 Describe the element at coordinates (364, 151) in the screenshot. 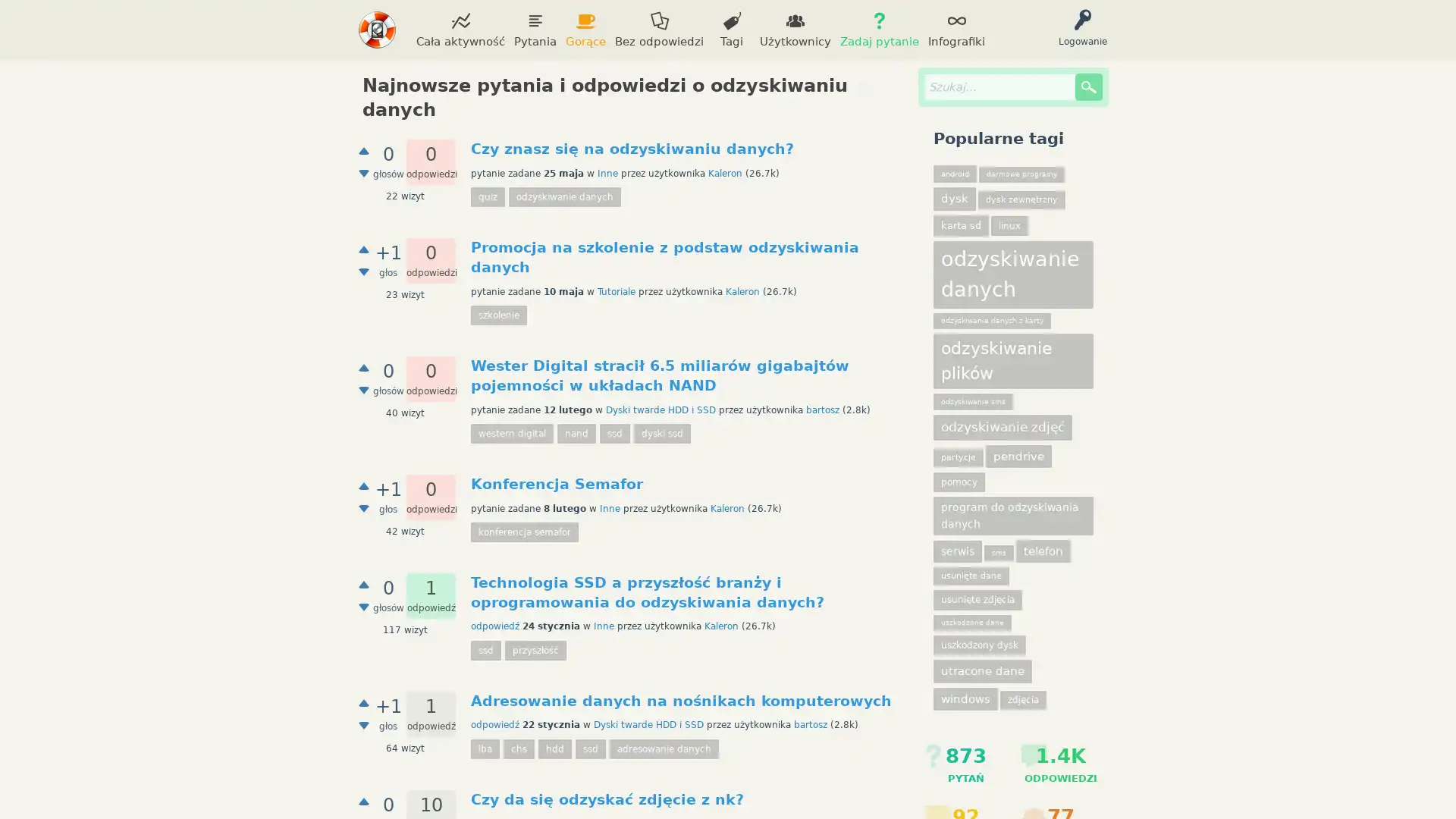

I see `+` at that location.